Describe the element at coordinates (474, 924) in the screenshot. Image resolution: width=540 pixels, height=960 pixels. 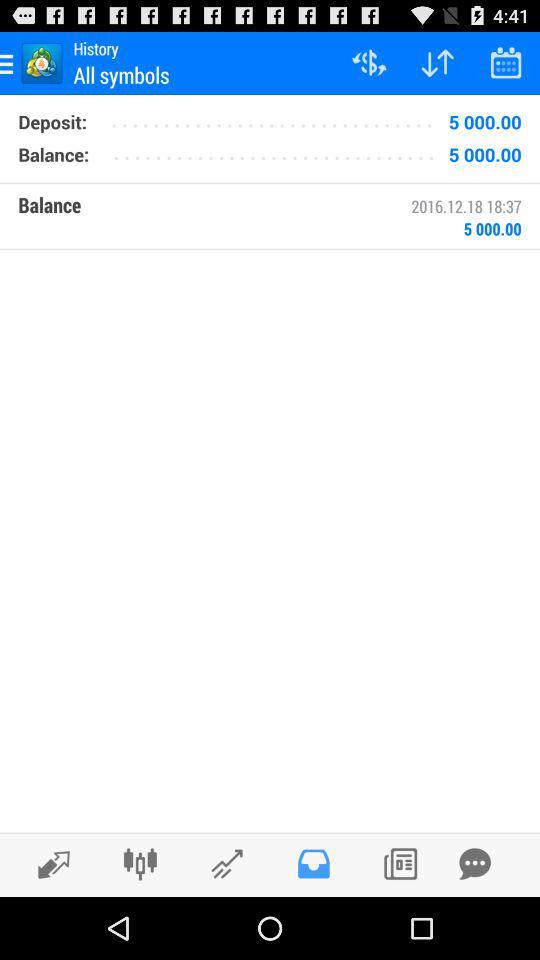
I see `the chat icon` at that location.